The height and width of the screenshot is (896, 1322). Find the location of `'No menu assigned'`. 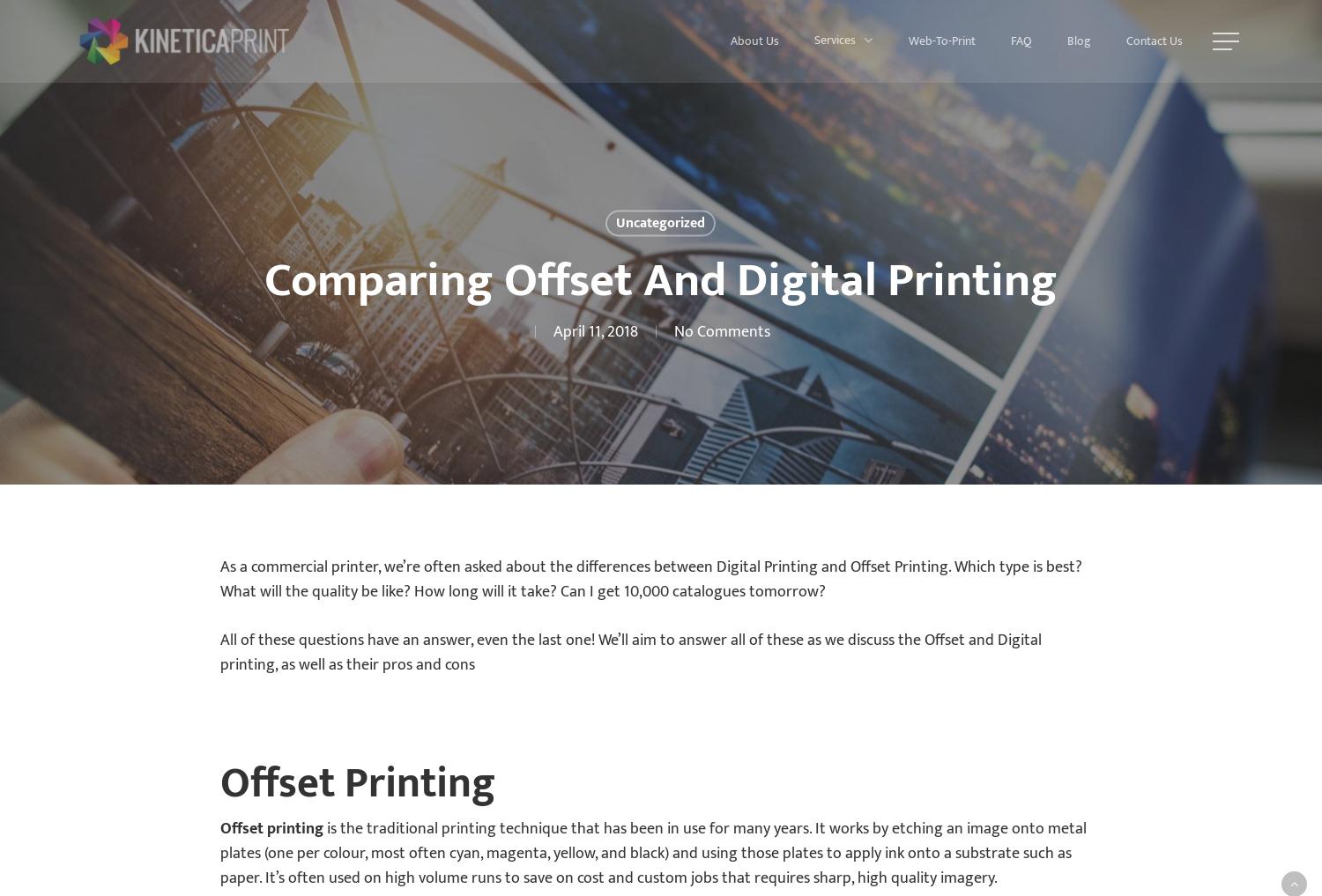

'No menu assigned' is located at coordinates (659, 40).